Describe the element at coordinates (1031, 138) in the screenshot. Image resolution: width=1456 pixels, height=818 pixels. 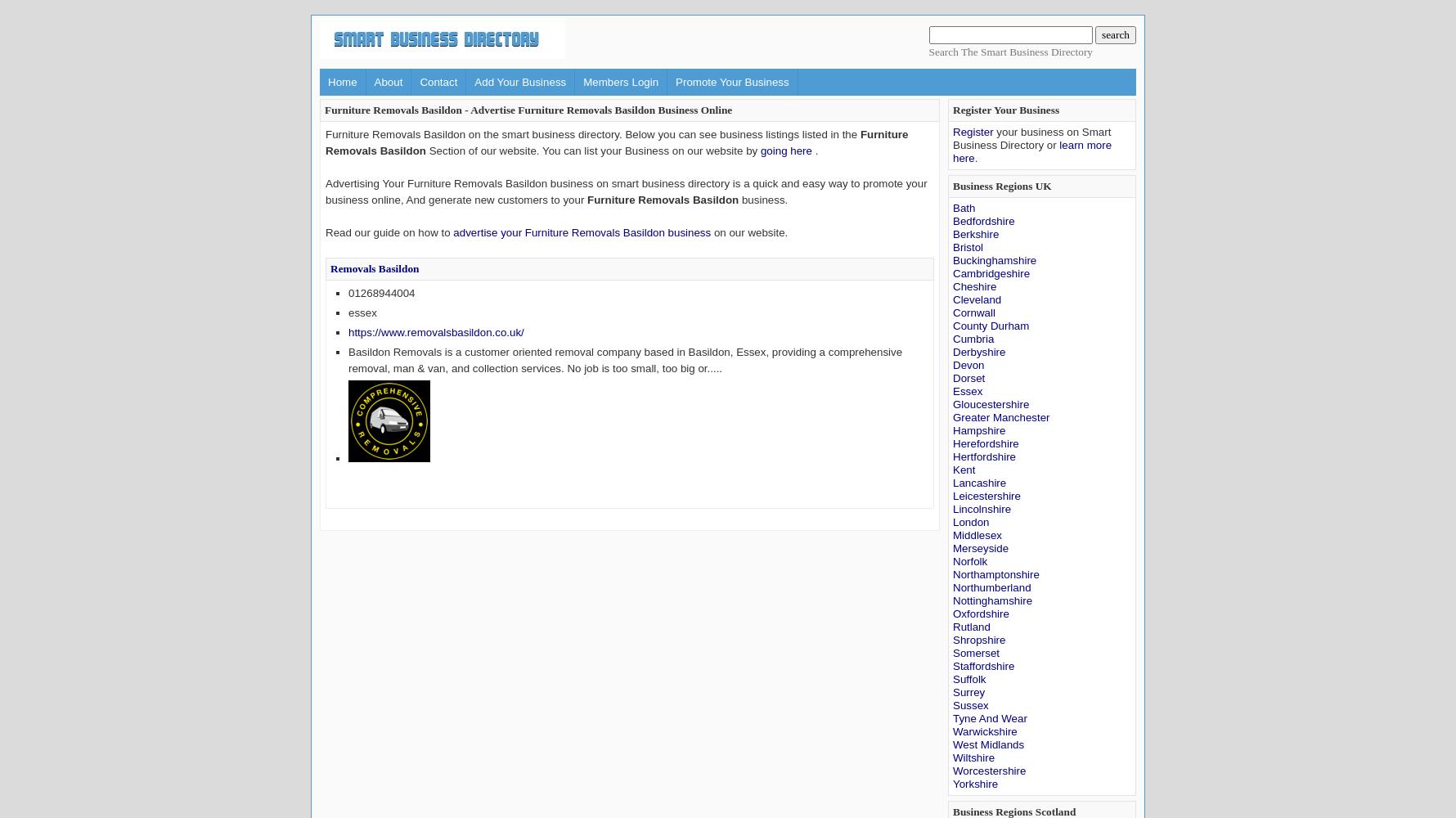
I see `'your business on Smart Business Directory or'` at that location.